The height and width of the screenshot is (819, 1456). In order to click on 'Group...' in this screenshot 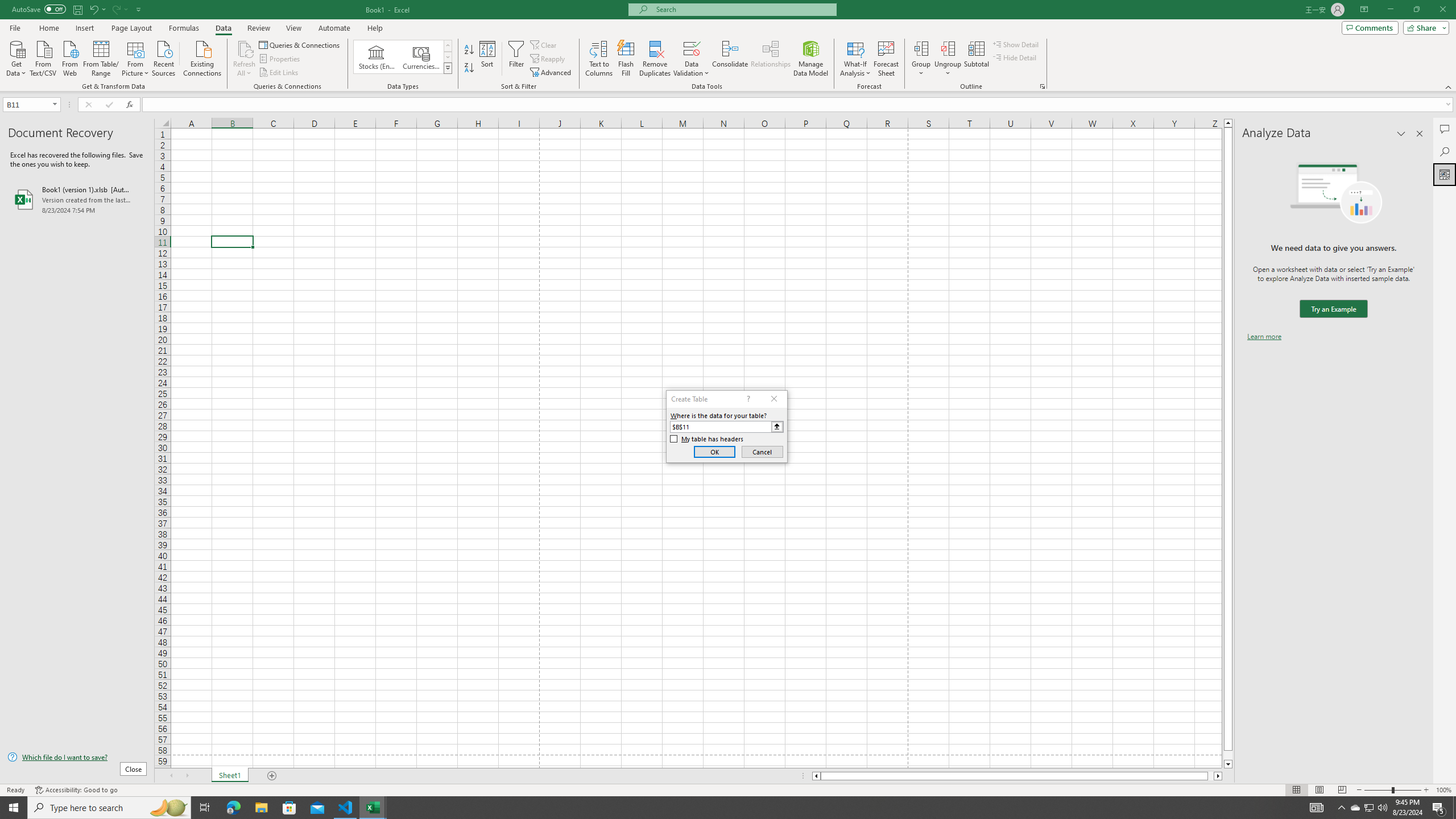, I will do `click(921, 59)`.